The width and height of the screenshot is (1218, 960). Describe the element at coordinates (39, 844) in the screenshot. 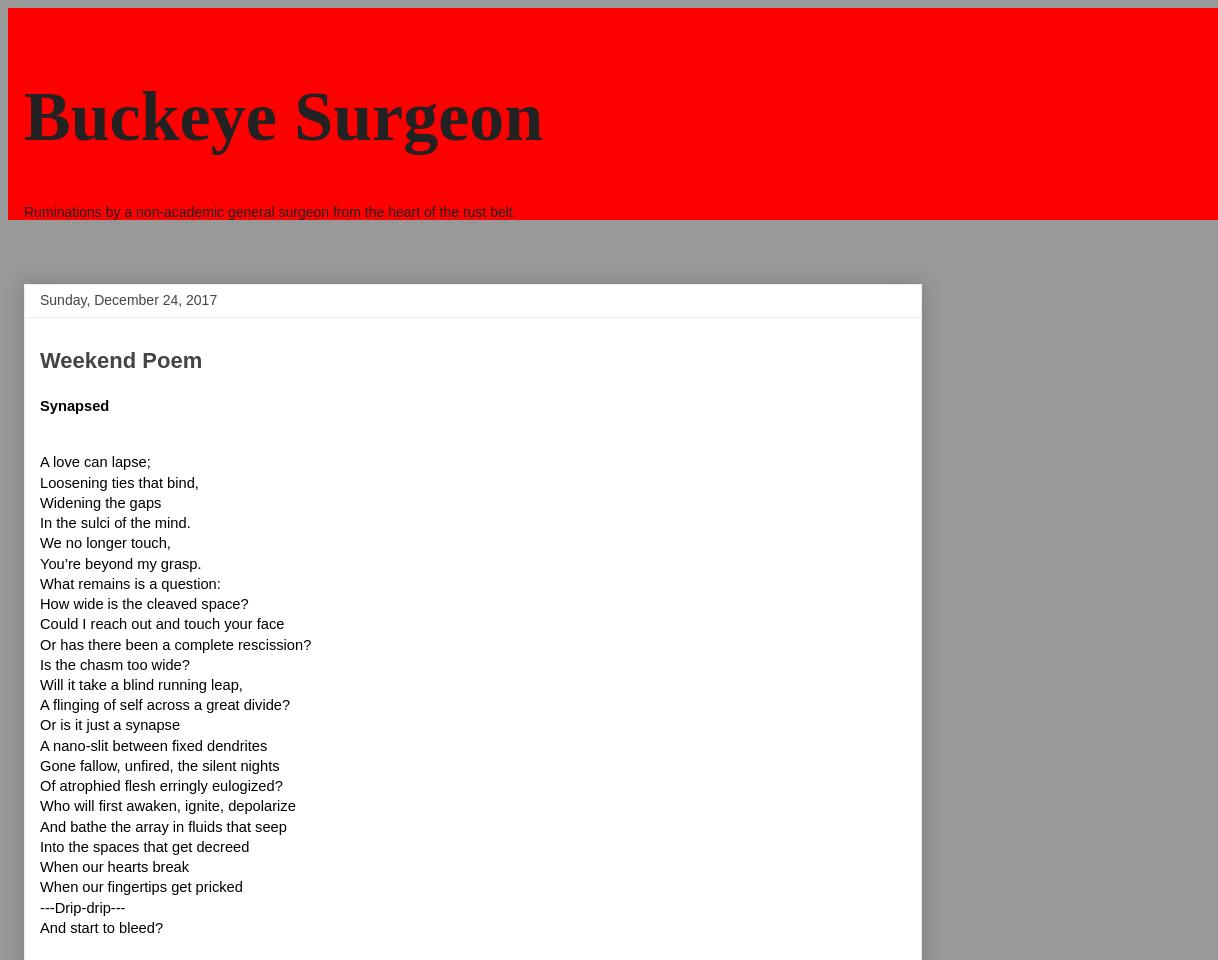

I see `'Into the spaces that get decreed'` at that location.